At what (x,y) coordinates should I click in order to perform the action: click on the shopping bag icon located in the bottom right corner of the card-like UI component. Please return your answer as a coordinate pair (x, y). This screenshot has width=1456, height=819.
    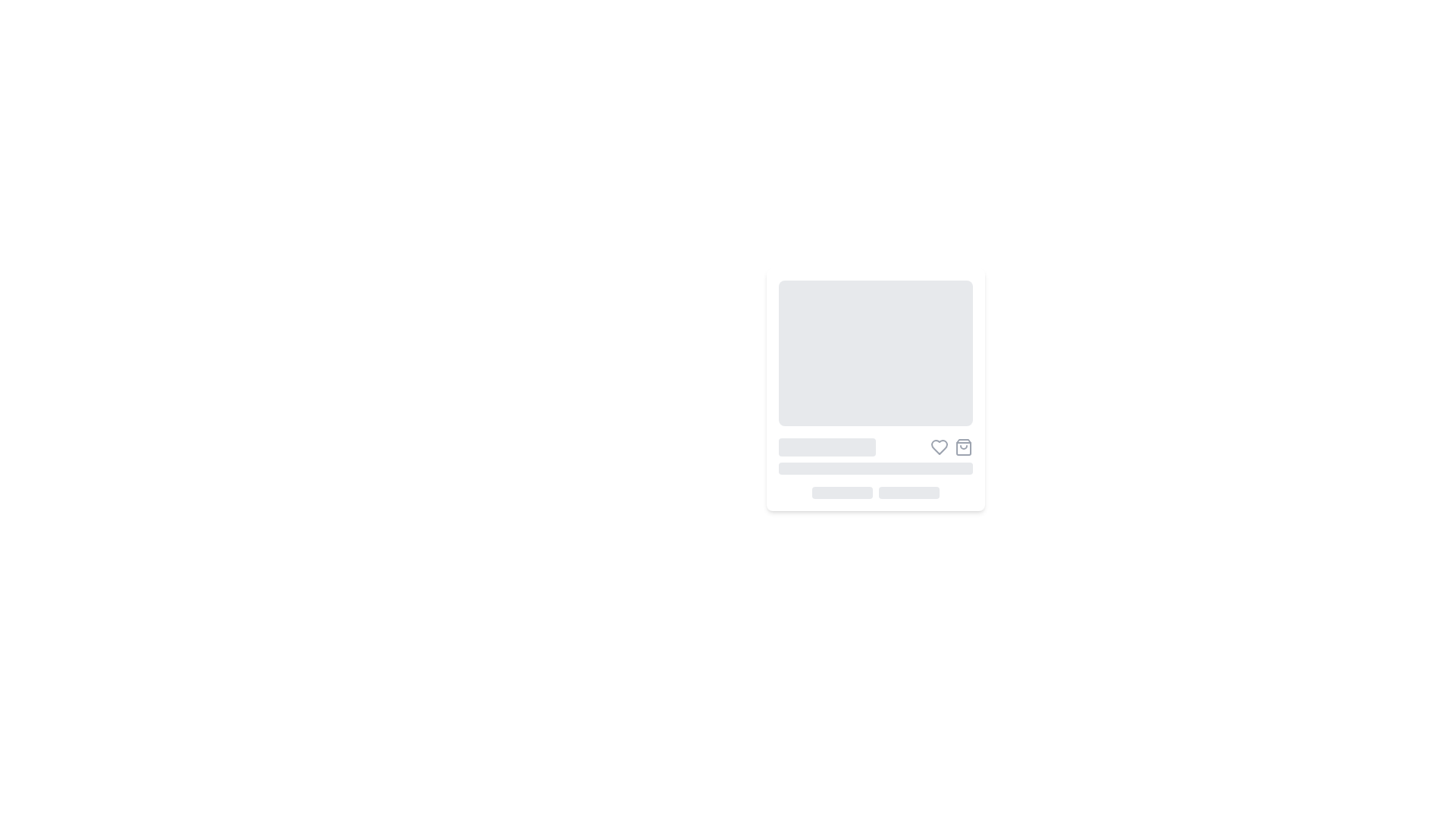
    Looking at the image, I should click on (963, 447).